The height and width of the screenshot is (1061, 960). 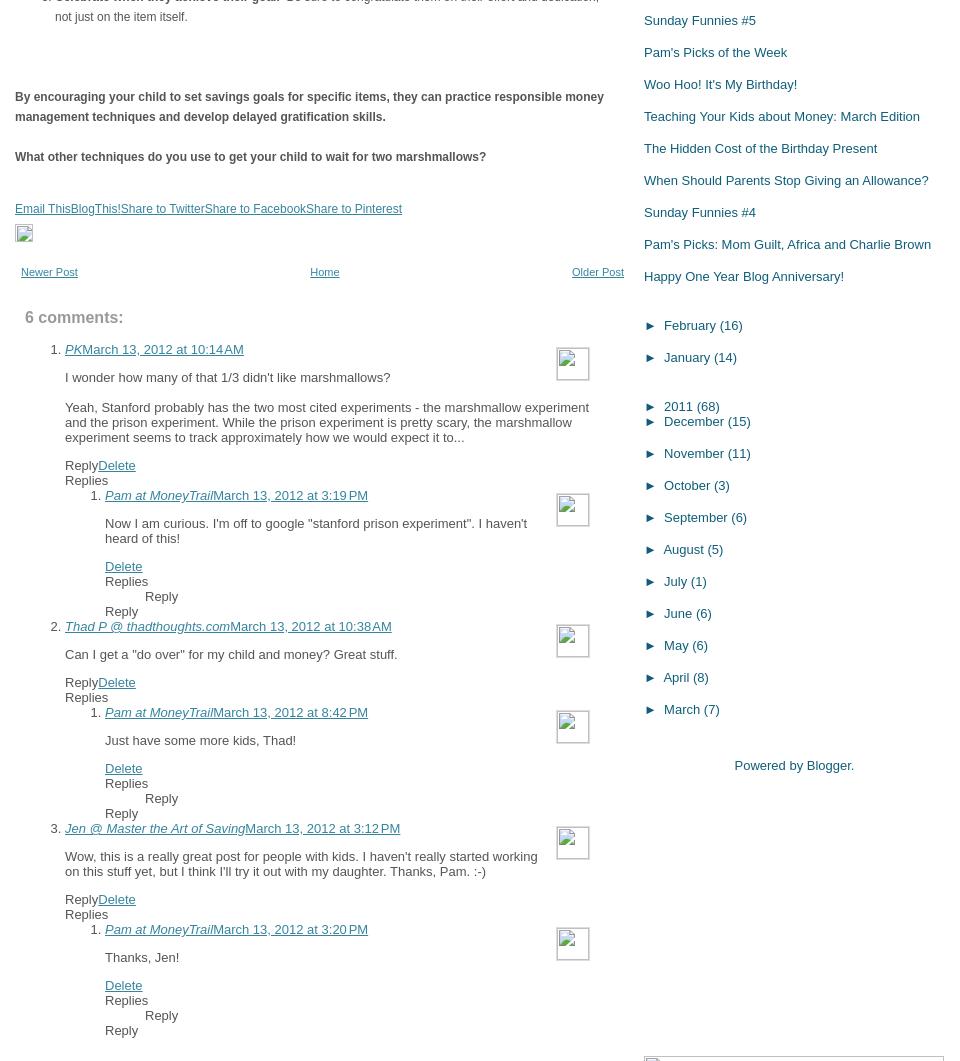 I want to click on 'Pam's Picks:  Mom Guilt, Africa and Charlie Brown', so click(x=787, y=242).